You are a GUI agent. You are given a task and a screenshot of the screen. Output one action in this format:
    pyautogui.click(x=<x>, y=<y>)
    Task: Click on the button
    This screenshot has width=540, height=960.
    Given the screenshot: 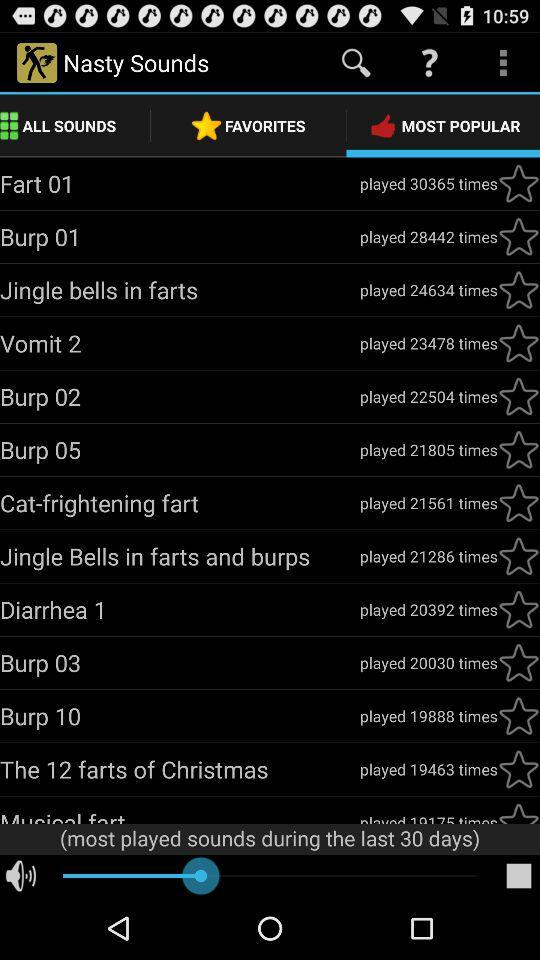 What is the action you would take?
    pyautogui.click(x=518, y=608)
    